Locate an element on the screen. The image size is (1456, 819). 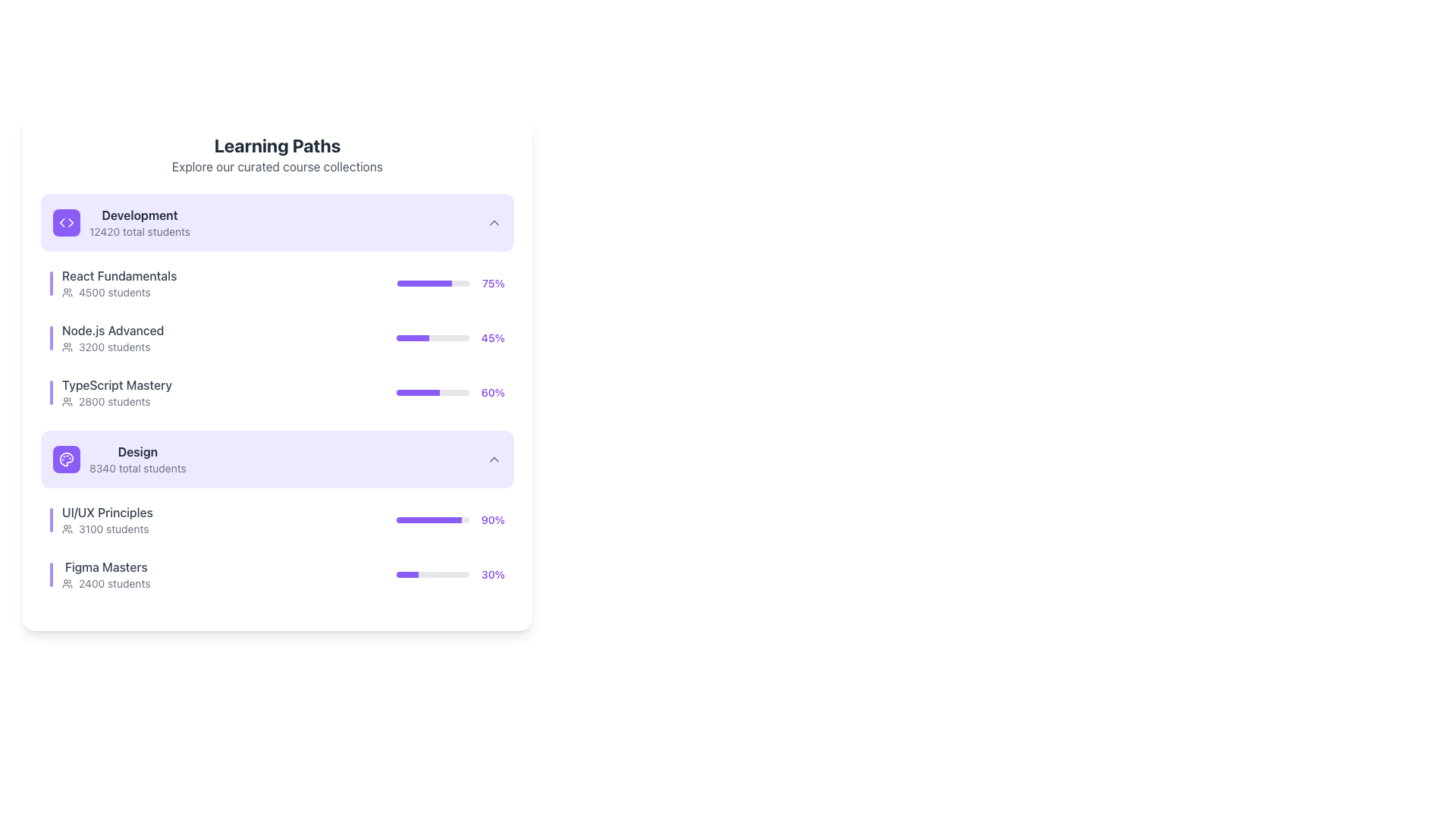
the Progress Indicator for the 'Node.js Advanced' course, which visually represents a progress of 45% and is located to the right of the course title and student count is located at coordinates (450, 337).